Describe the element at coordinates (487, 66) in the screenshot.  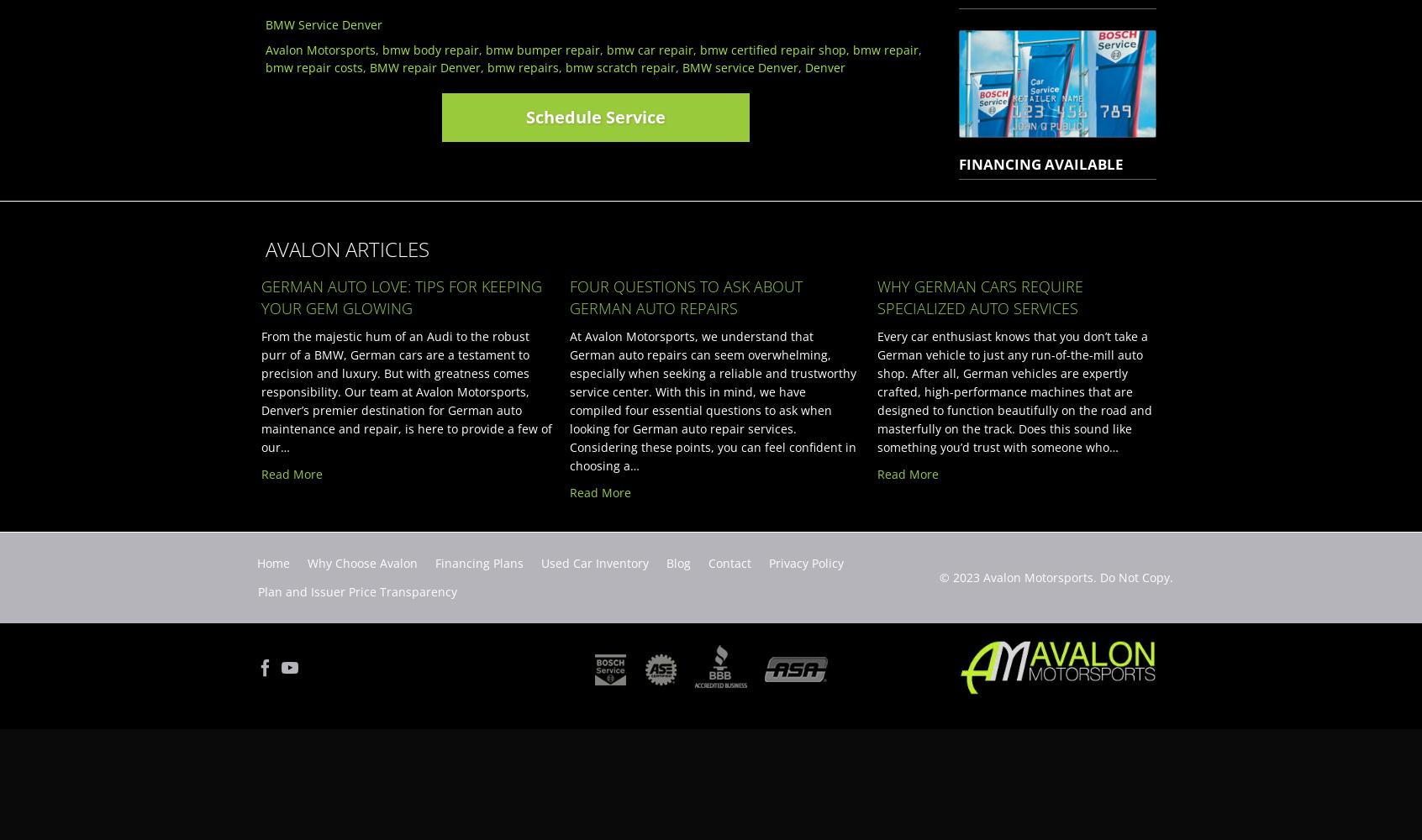
I see `'bmw repairs'` at that location.